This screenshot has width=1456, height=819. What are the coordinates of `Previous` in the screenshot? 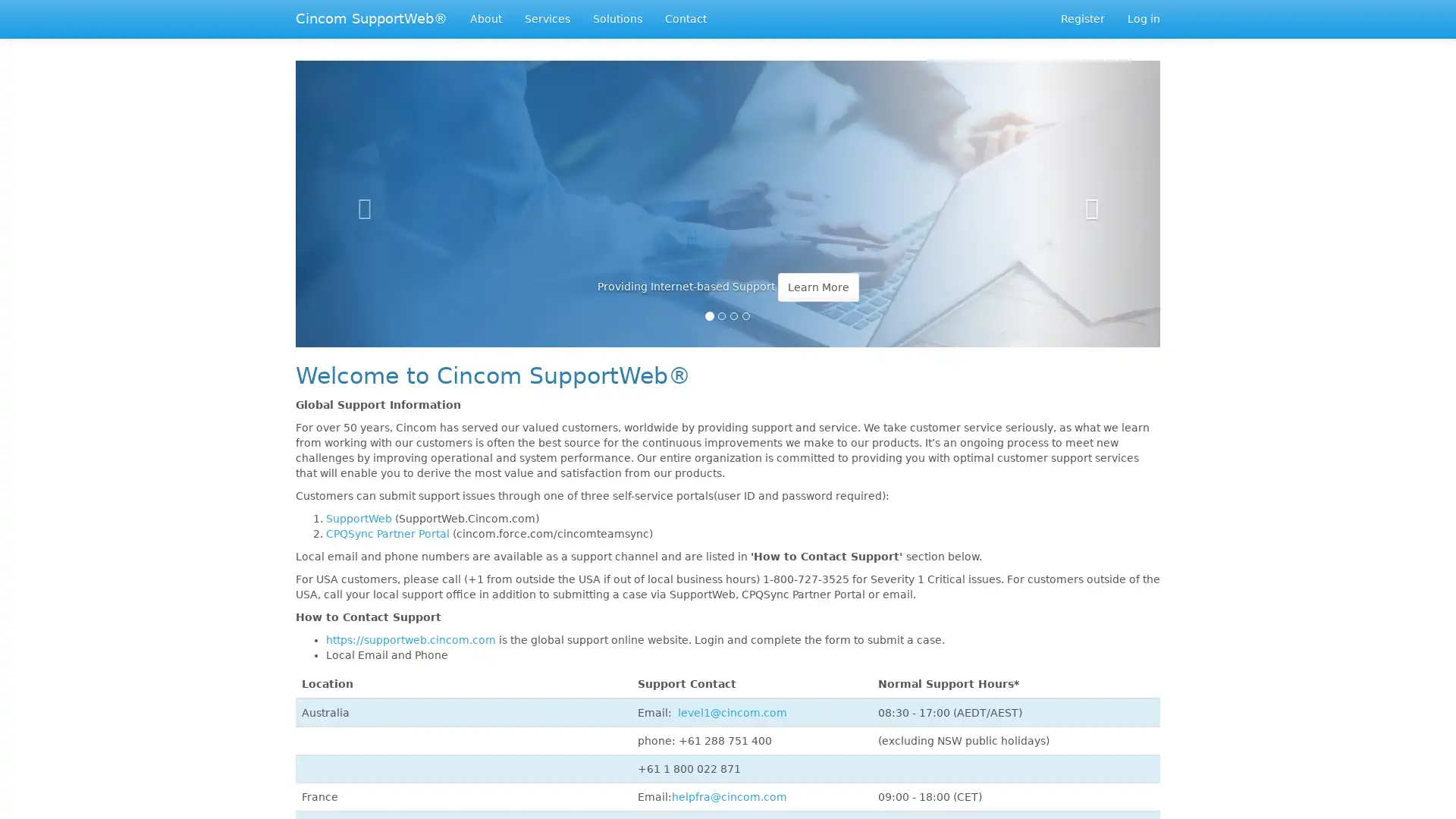 It's located at (359, 192).